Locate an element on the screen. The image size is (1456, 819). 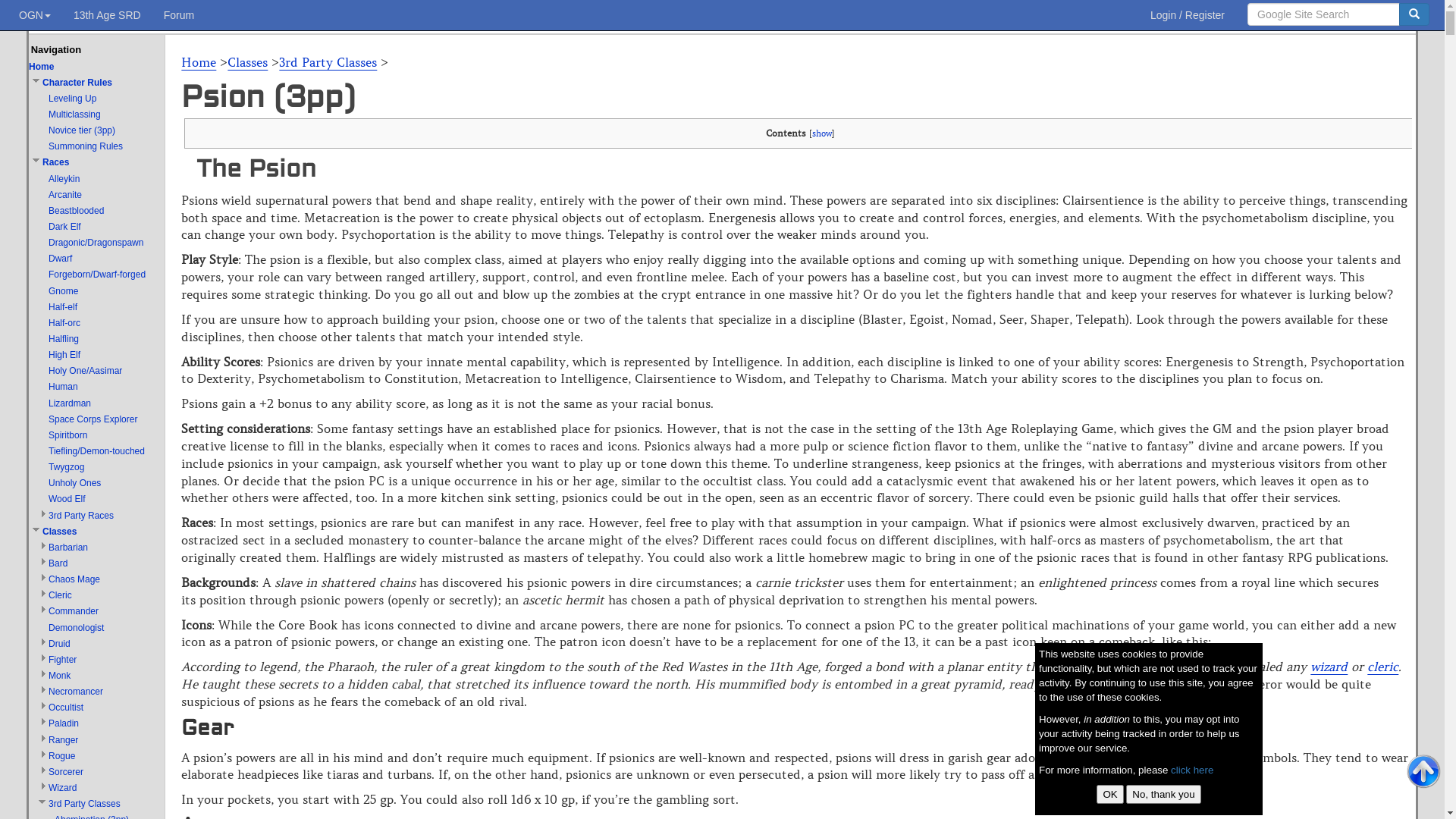
'click here' is located at coordinates (1191, 770).